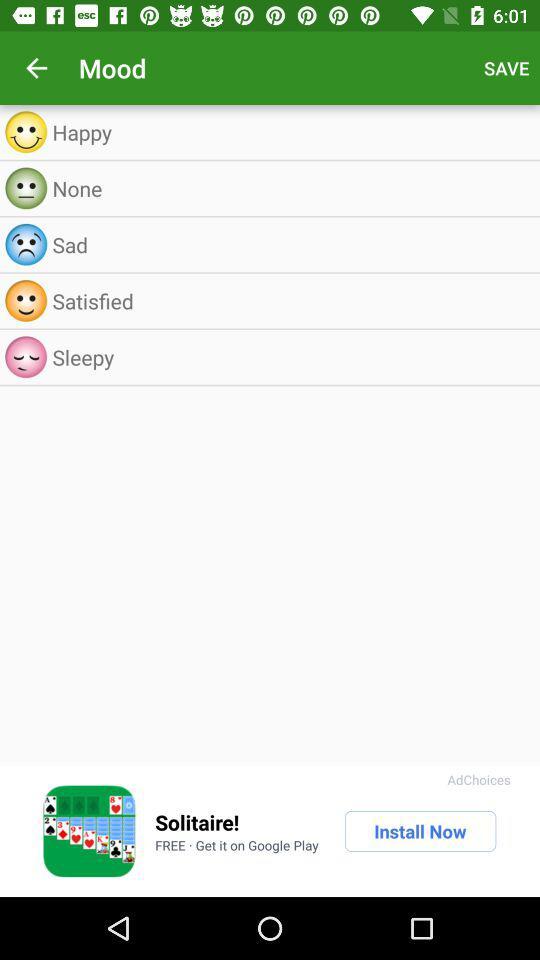 This screenshot has width=540, height=960. I want to click on save icon, so click(505, 68).